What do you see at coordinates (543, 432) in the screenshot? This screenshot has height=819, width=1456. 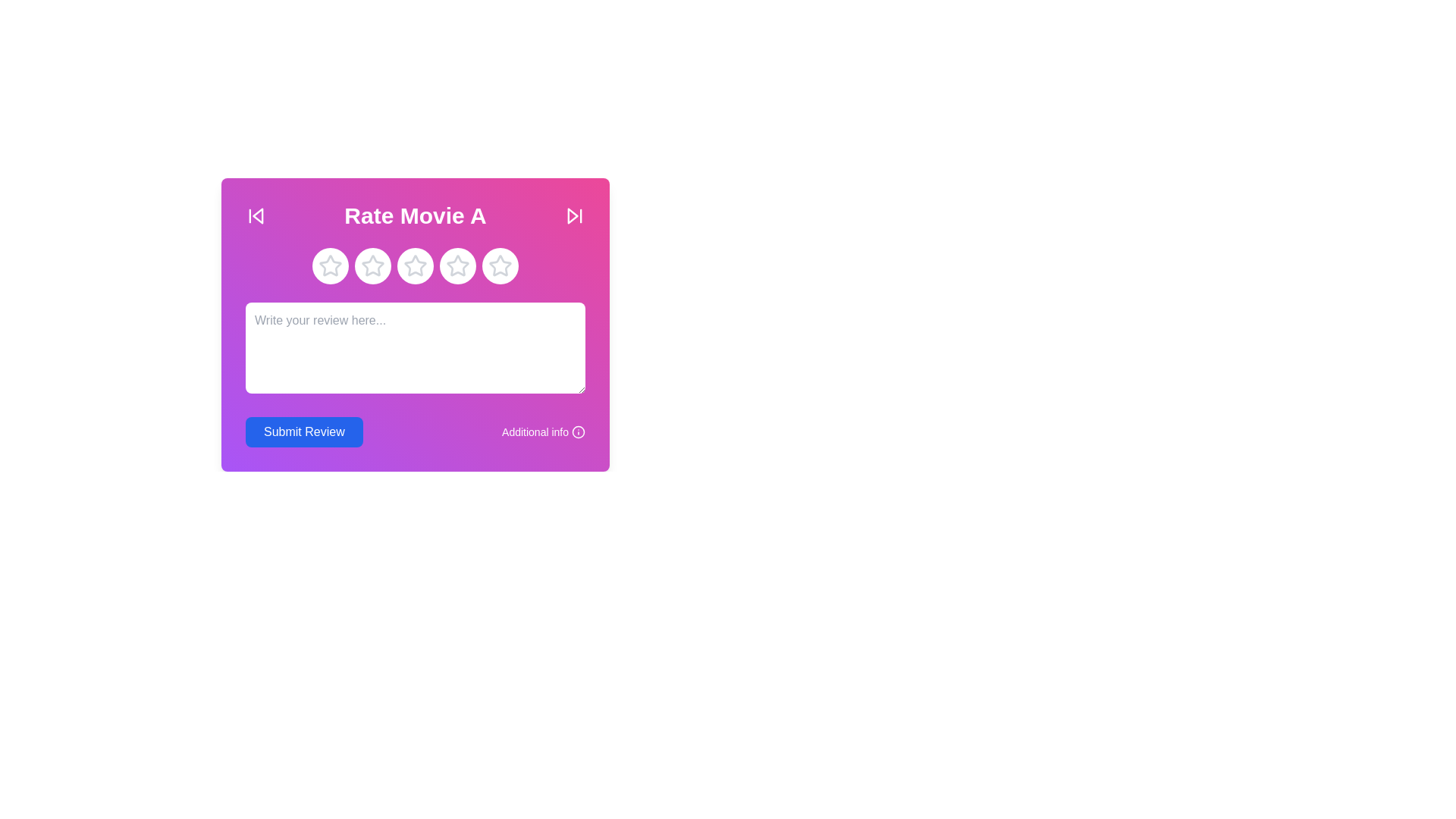 I see `the 'Additional info' button with a white text on a purple background, which has an information icon to its right` at bounding box center [543, 432].